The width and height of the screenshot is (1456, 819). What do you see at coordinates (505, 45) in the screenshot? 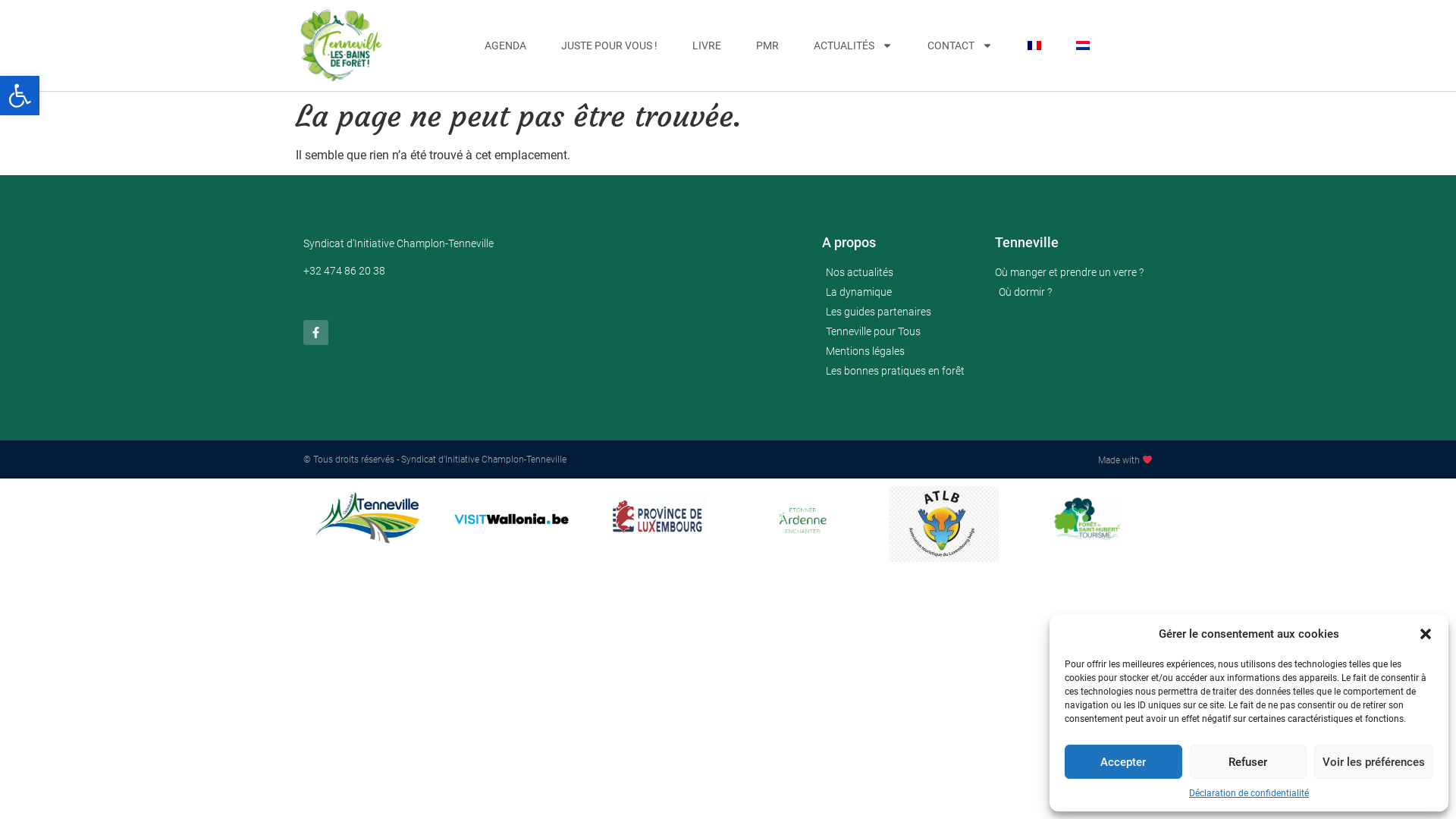
I see `'AGENDA'` at bounding box center [505, 45].